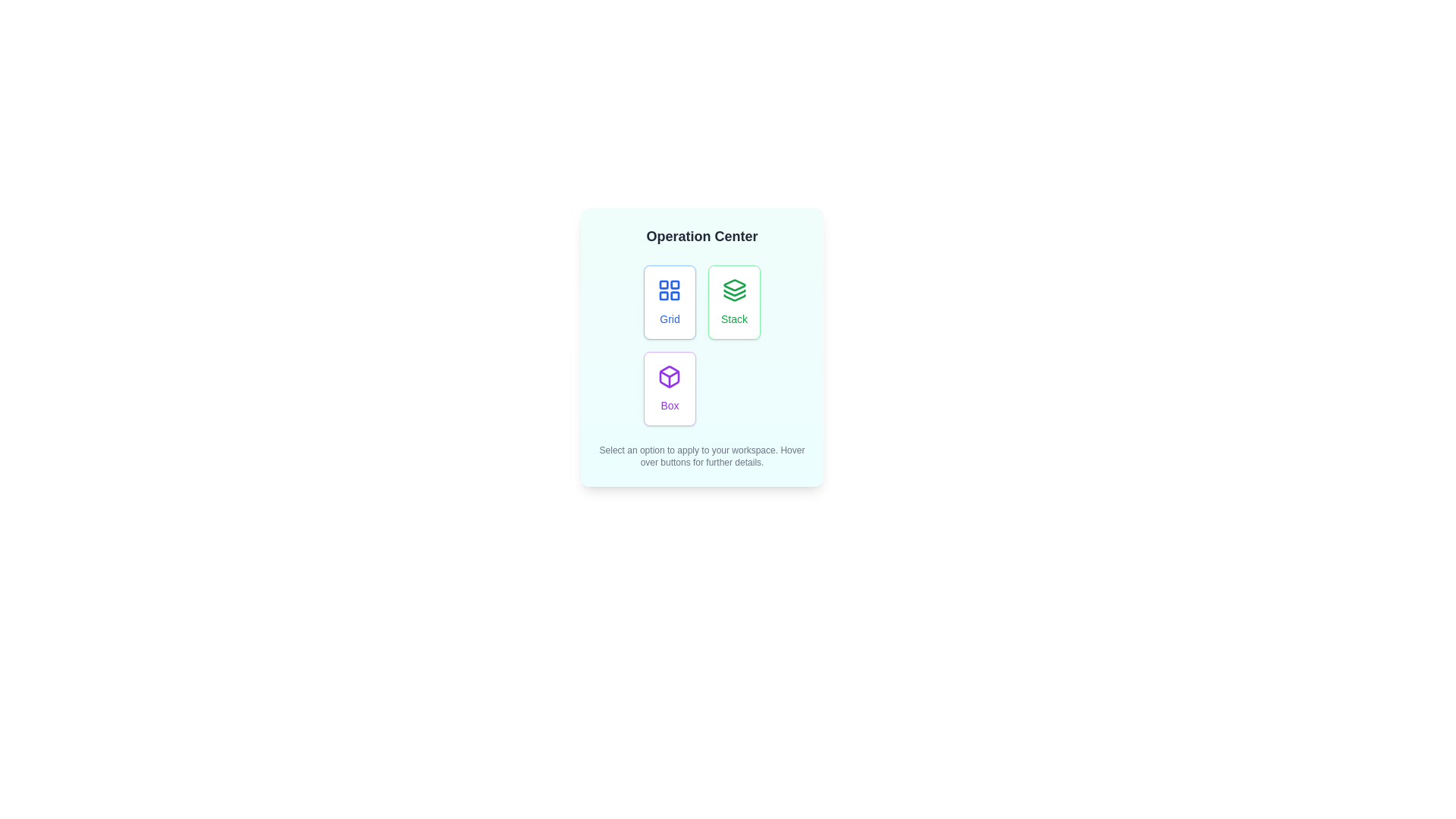  I want to click on the graphical icon with a green outline and white fill, which is located within the button labeled 'Stack', so click(734, 290).